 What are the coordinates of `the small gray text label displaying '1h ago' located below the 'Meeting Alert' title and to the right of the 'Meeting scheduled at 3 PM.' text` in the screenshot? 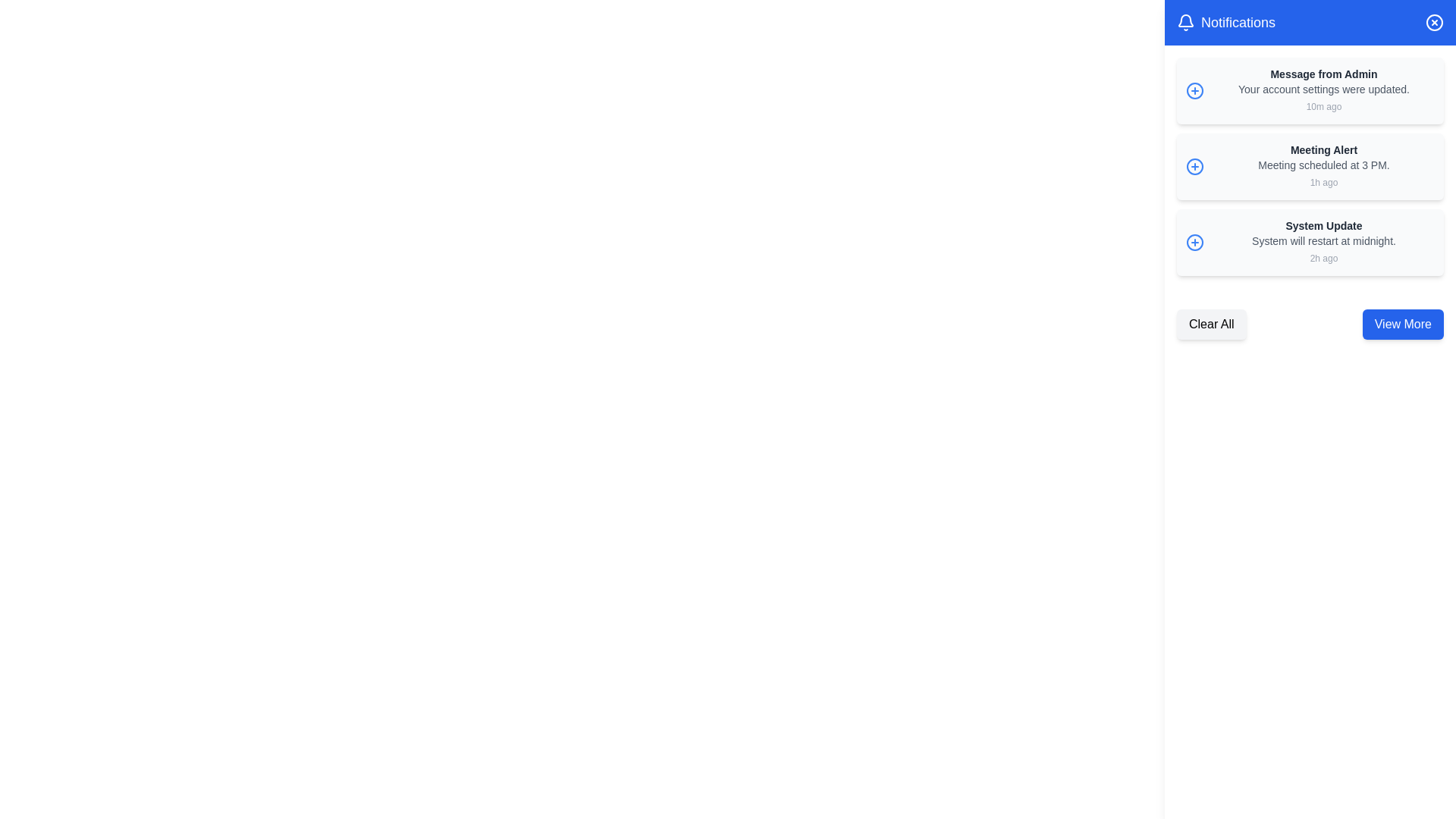 It's located at (1323, 181).